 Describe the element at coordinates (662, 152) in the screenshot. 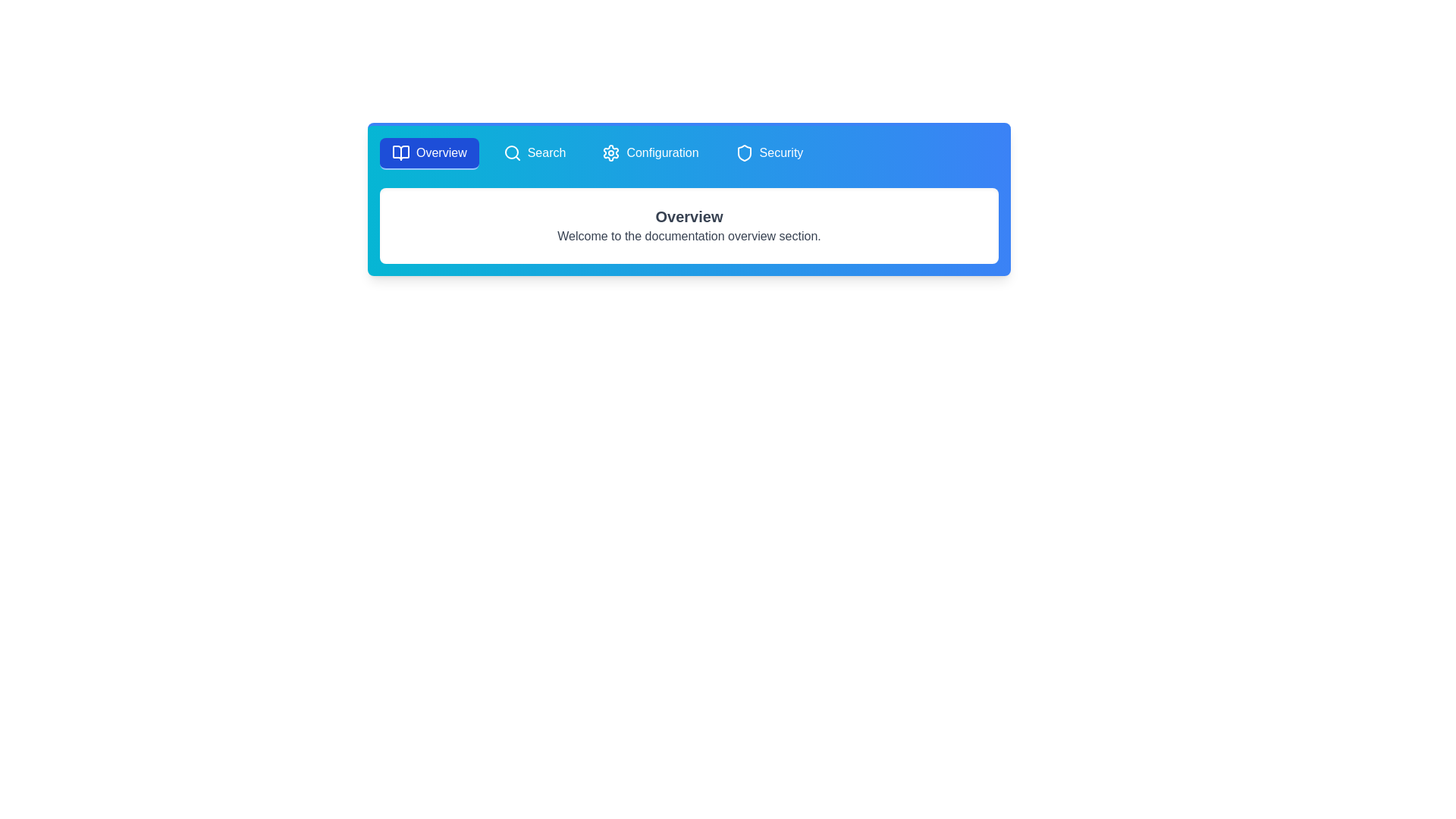

I see `the 'Configuration' text label in the navigation bar` at that location.